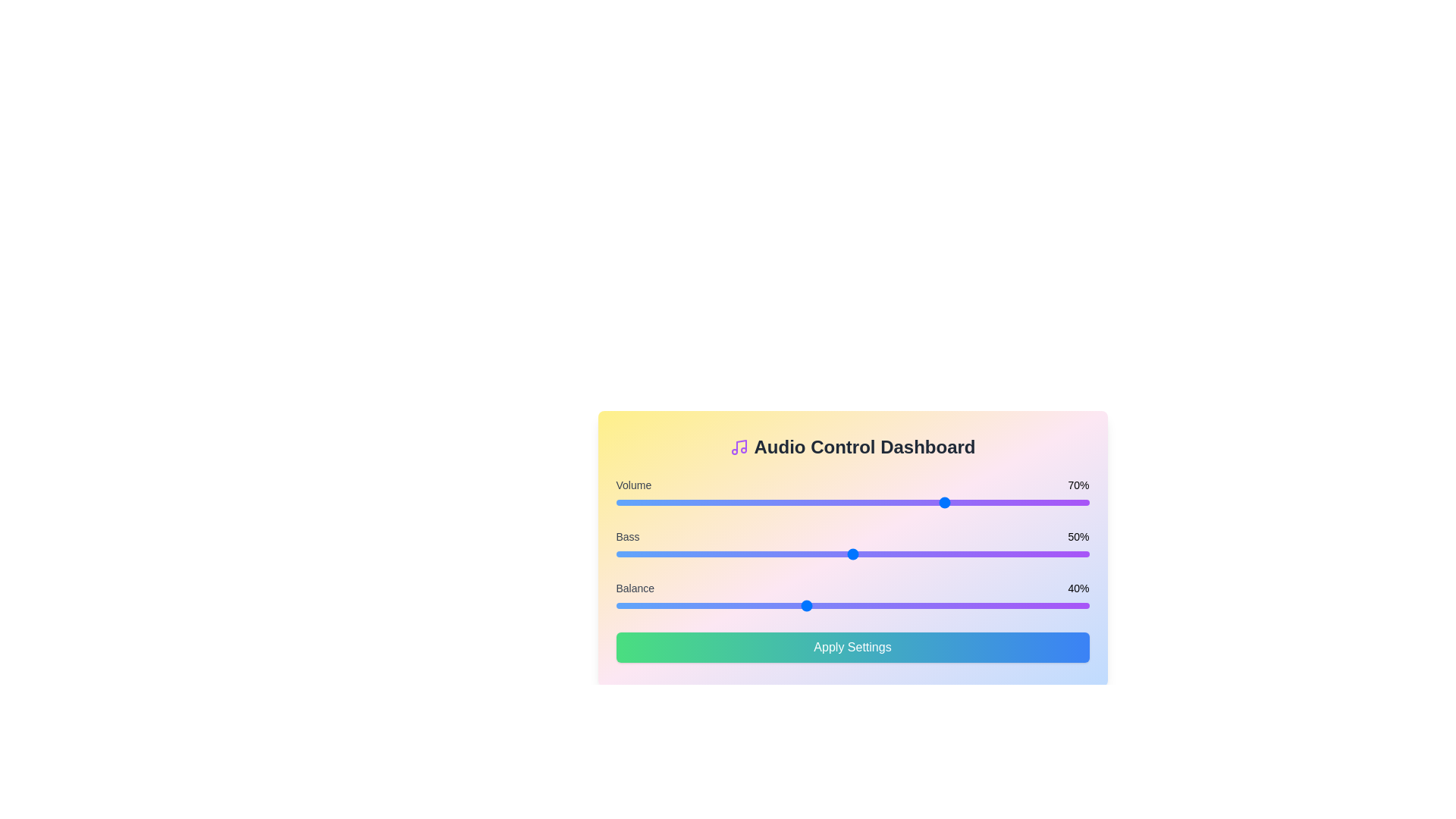 The image size is (1456, 819). Describe the element at coordinates (809, 554) in the screenshot. I see `bass level` at that location.